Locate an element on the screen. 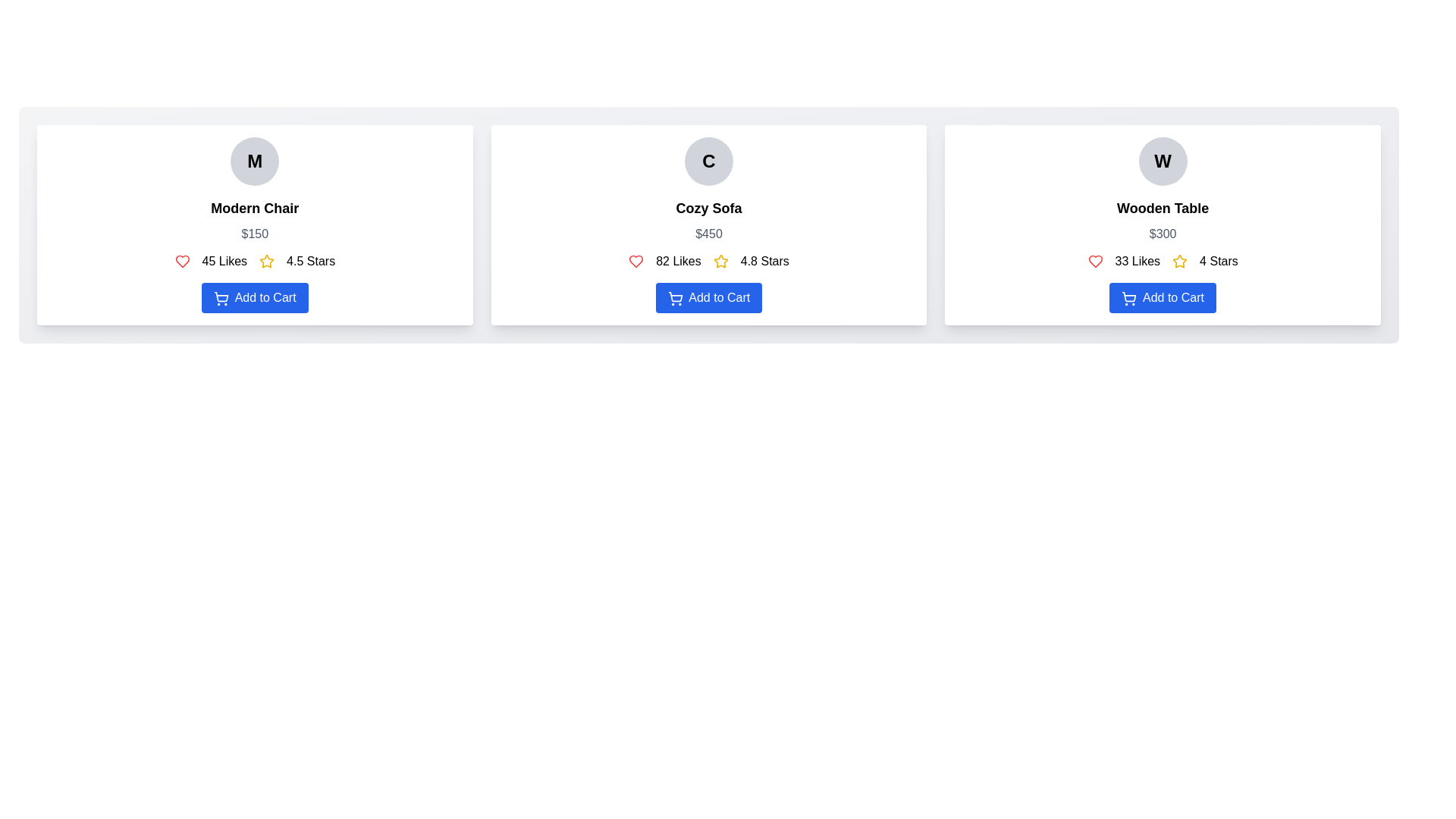 The height and width of the screenshot is (819, 1456). the '4.5 Stars' rating display text, which is styled in black and positioned adjacent to a yellow star icon, located within the lower section of the 'Modern Chair' product card is located at coordinates (310, 260).